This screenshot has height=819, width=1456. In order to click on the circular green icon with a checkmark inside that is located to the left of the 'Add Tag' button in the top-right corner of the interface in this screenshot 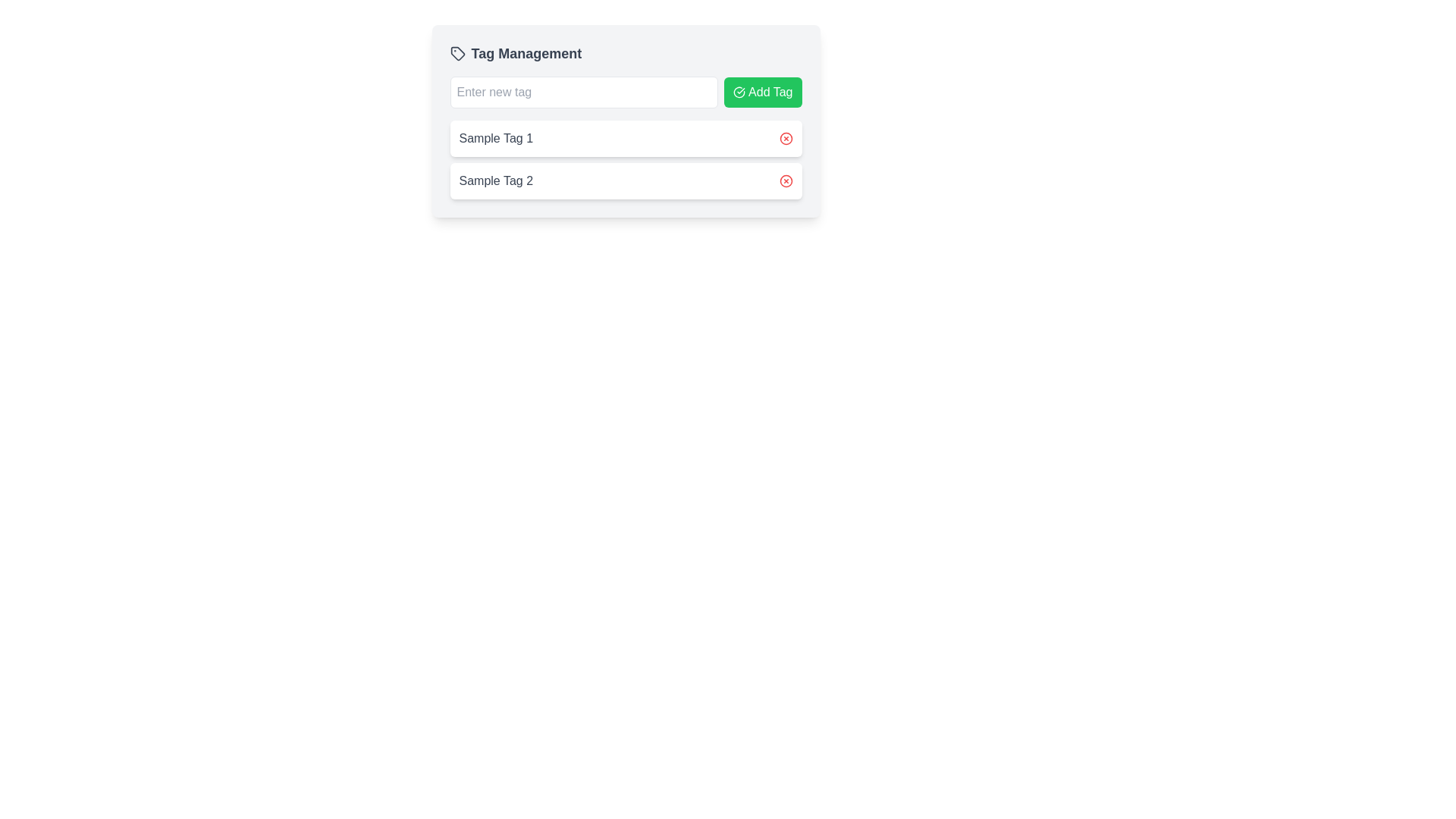, I will do `click(739, 93)`.